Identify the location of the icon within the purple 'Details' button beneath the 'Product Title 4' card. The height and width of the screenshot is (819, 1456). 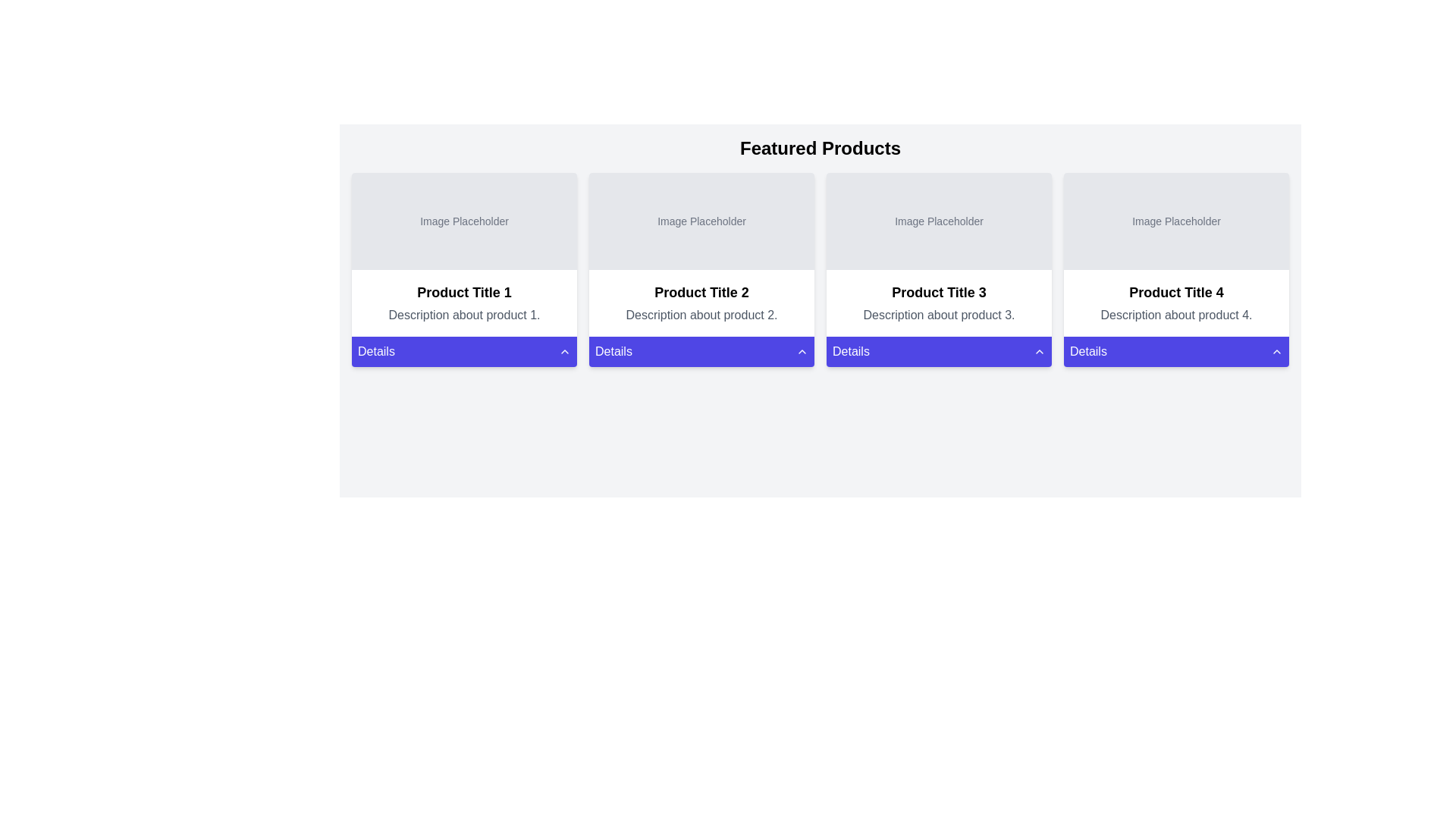
(1039, 351).